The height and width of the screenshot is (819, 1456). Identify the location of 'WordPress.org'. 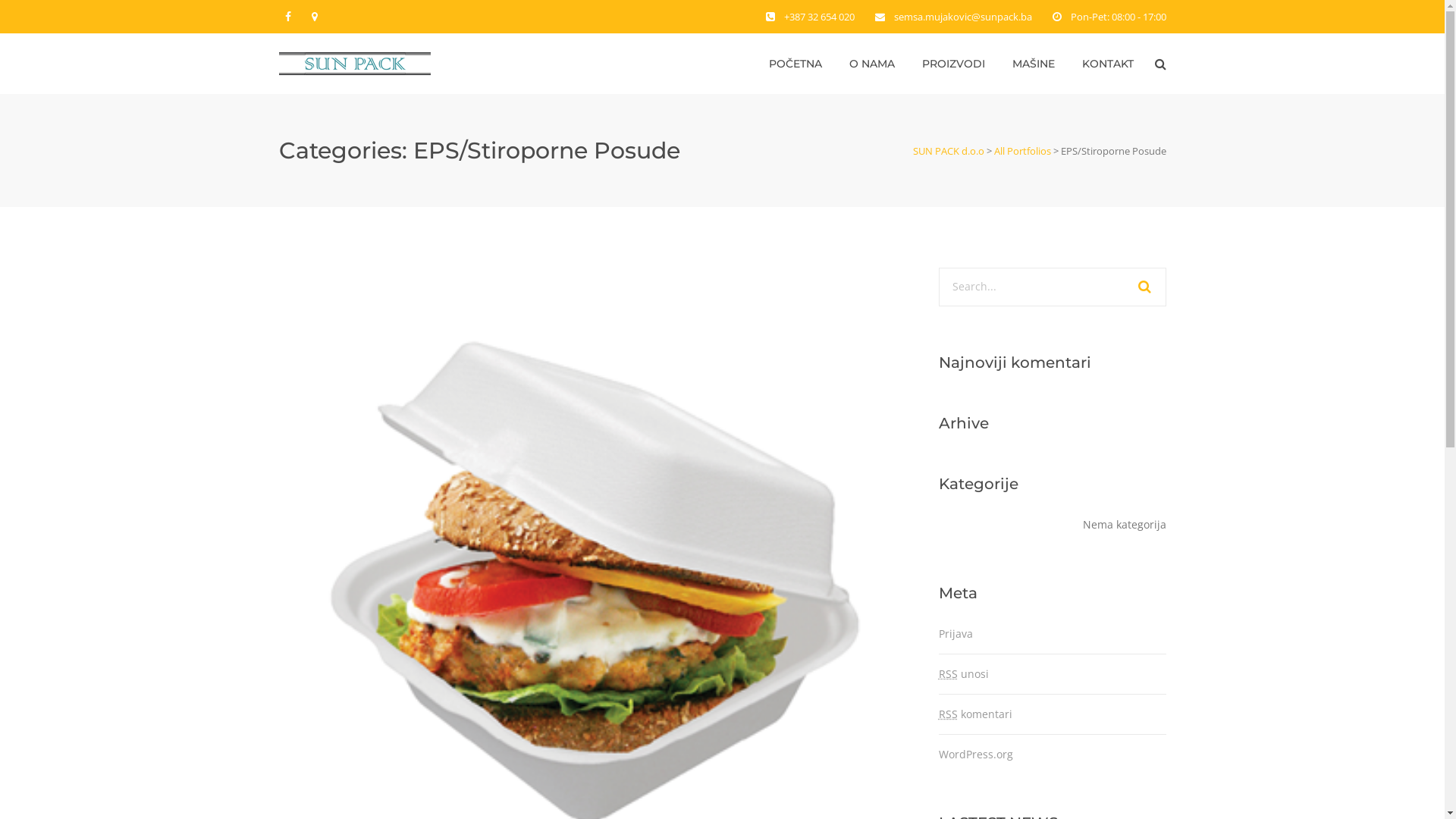
(975, 754).